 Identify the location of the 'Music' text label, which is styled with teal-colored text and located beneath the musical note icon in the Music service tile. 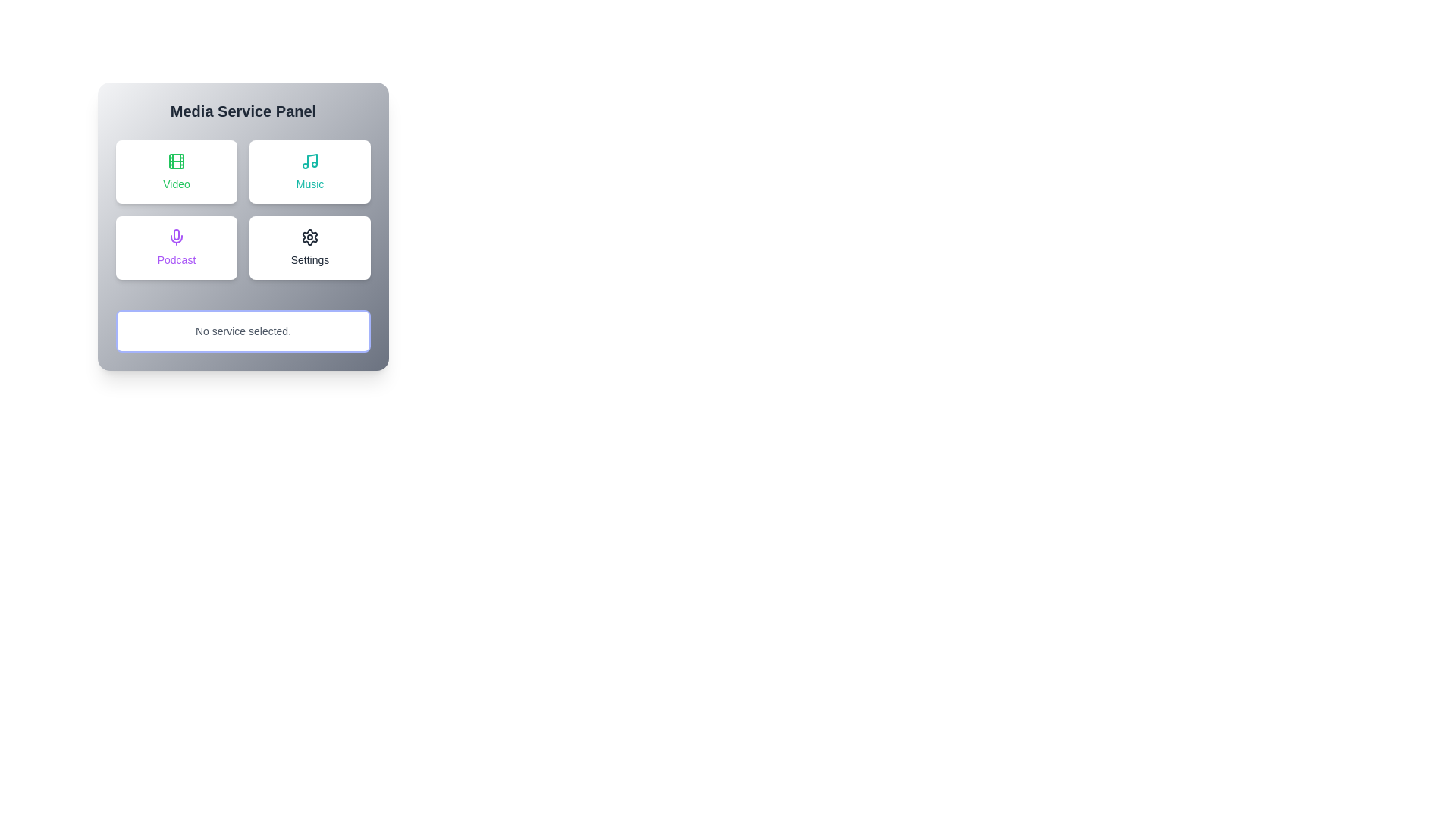
(309, 184).